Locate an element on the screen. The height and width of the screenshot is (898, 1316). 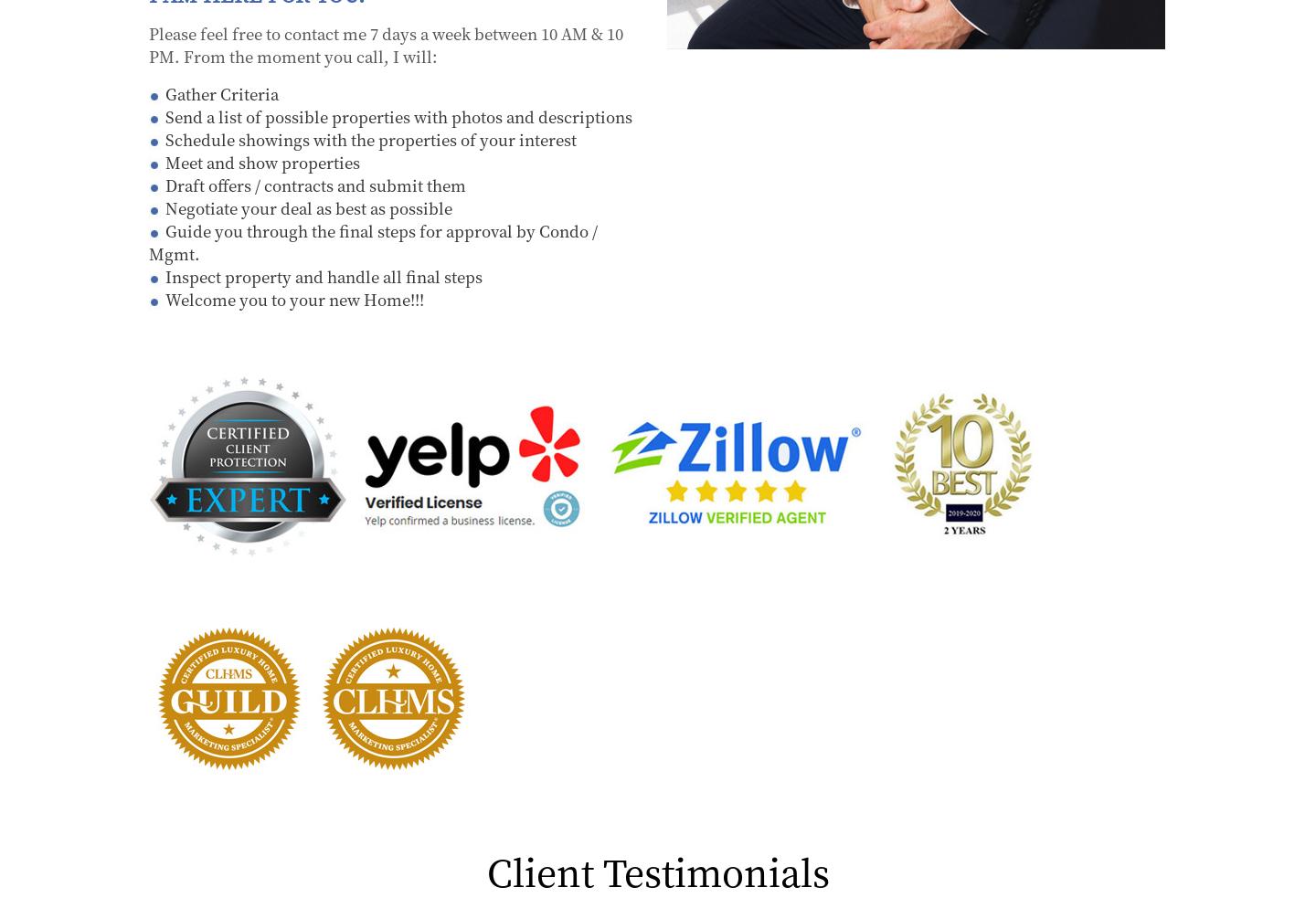
'Send a list of possible properties with photos and descriptions' is located at coordinates (165, 114).